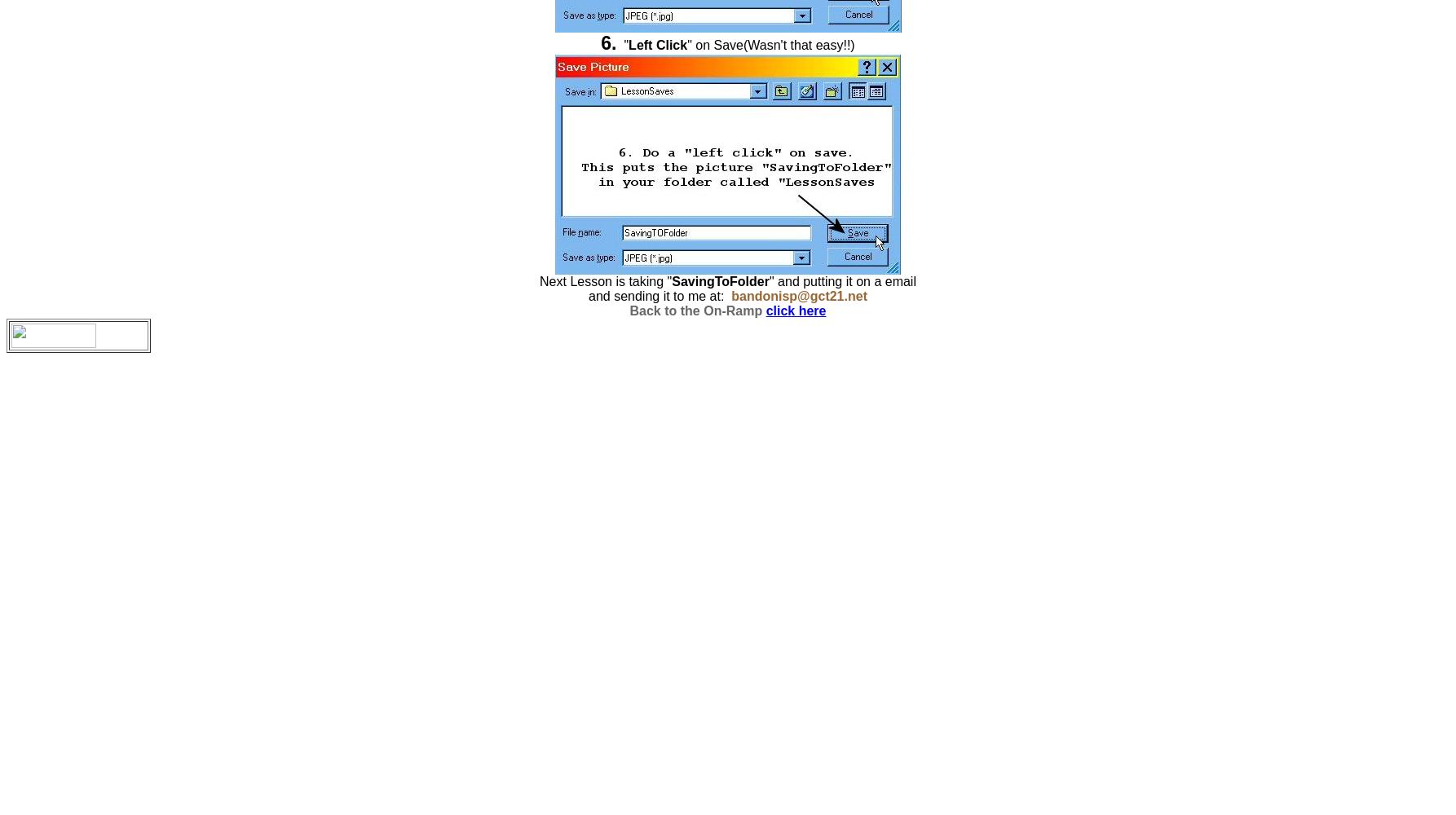 The width and height of the screenshot is (1456, 815). Describe the element at coordinates (695, 311) in the screenshot. I see `'Back to
the On-Ramp'` at that location.